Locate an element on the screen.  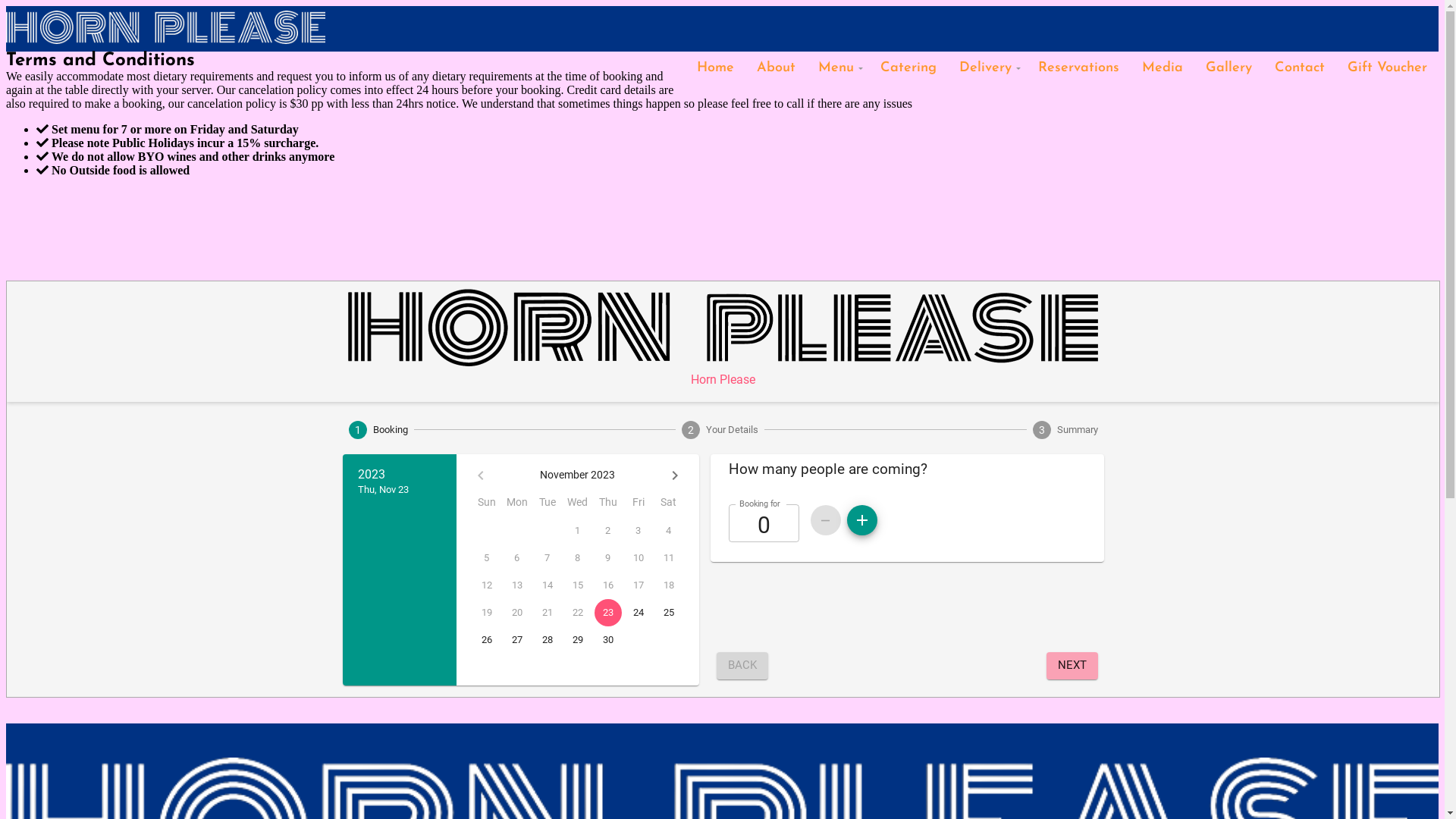
'Delivery' is located at coordinates (987, 67).